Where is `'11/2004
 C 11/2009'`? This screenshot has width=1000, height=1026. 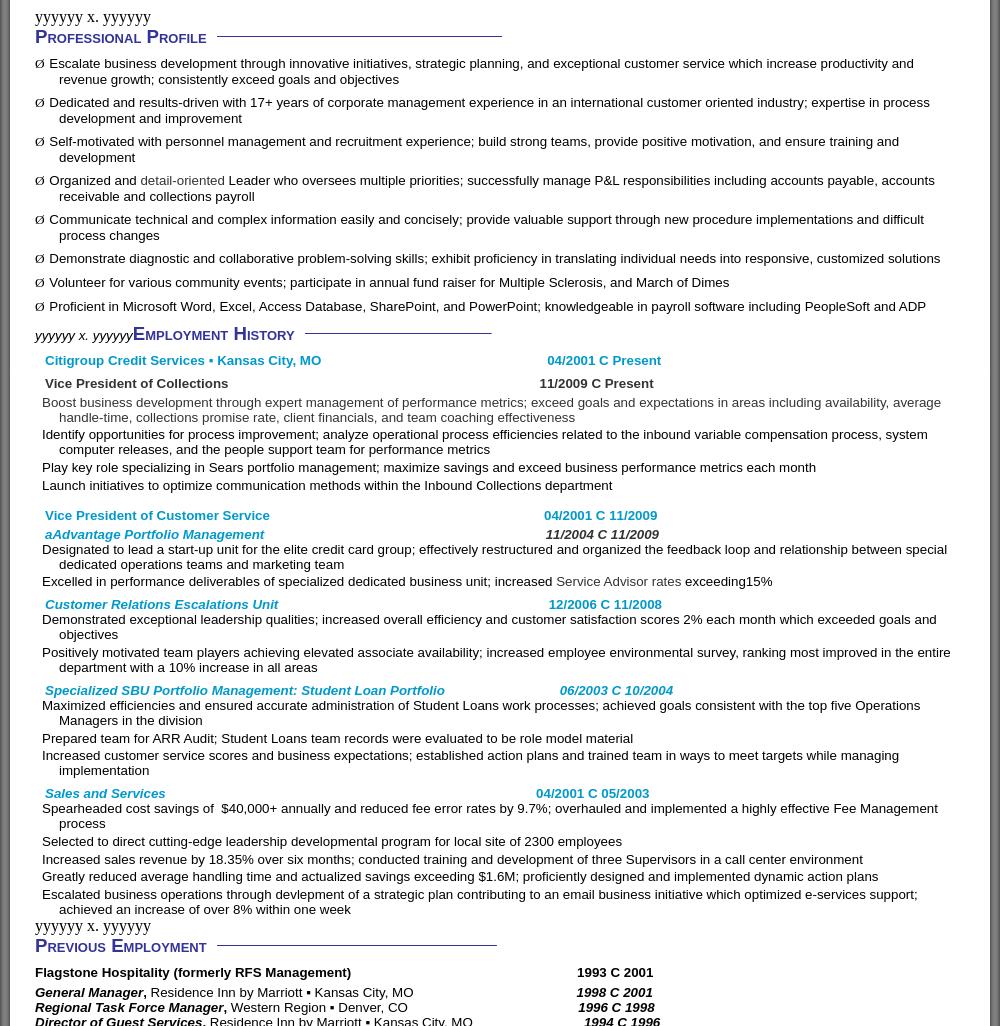 '11/2004
 C 11/2009' is located at coordinates (601, 533).